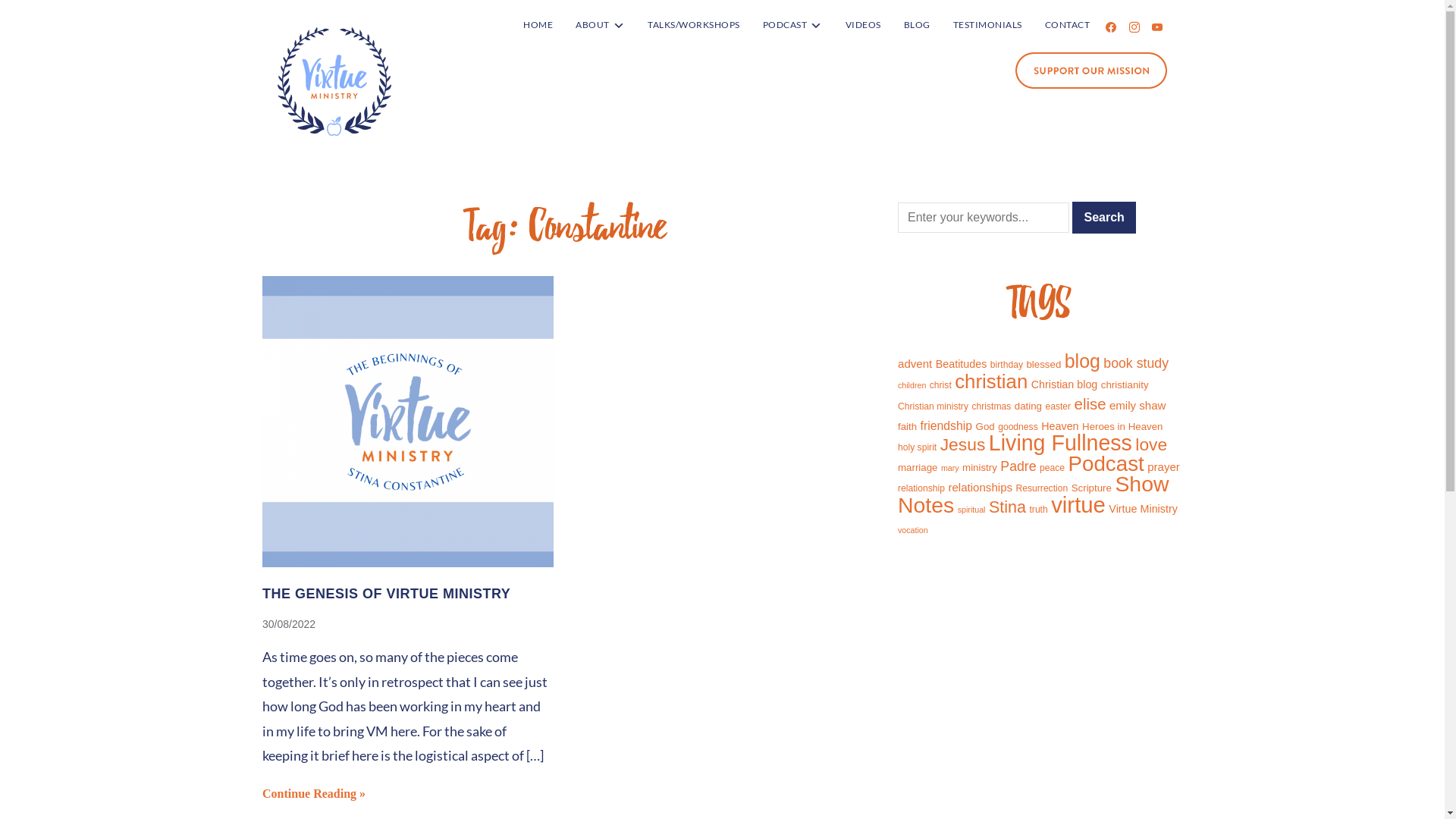 The height and width of the screenshot is (819, 1456). What do you see at coordinates (916, 466) in the screenshot?
I see `'marriage'` at bounding box center [916, 466].